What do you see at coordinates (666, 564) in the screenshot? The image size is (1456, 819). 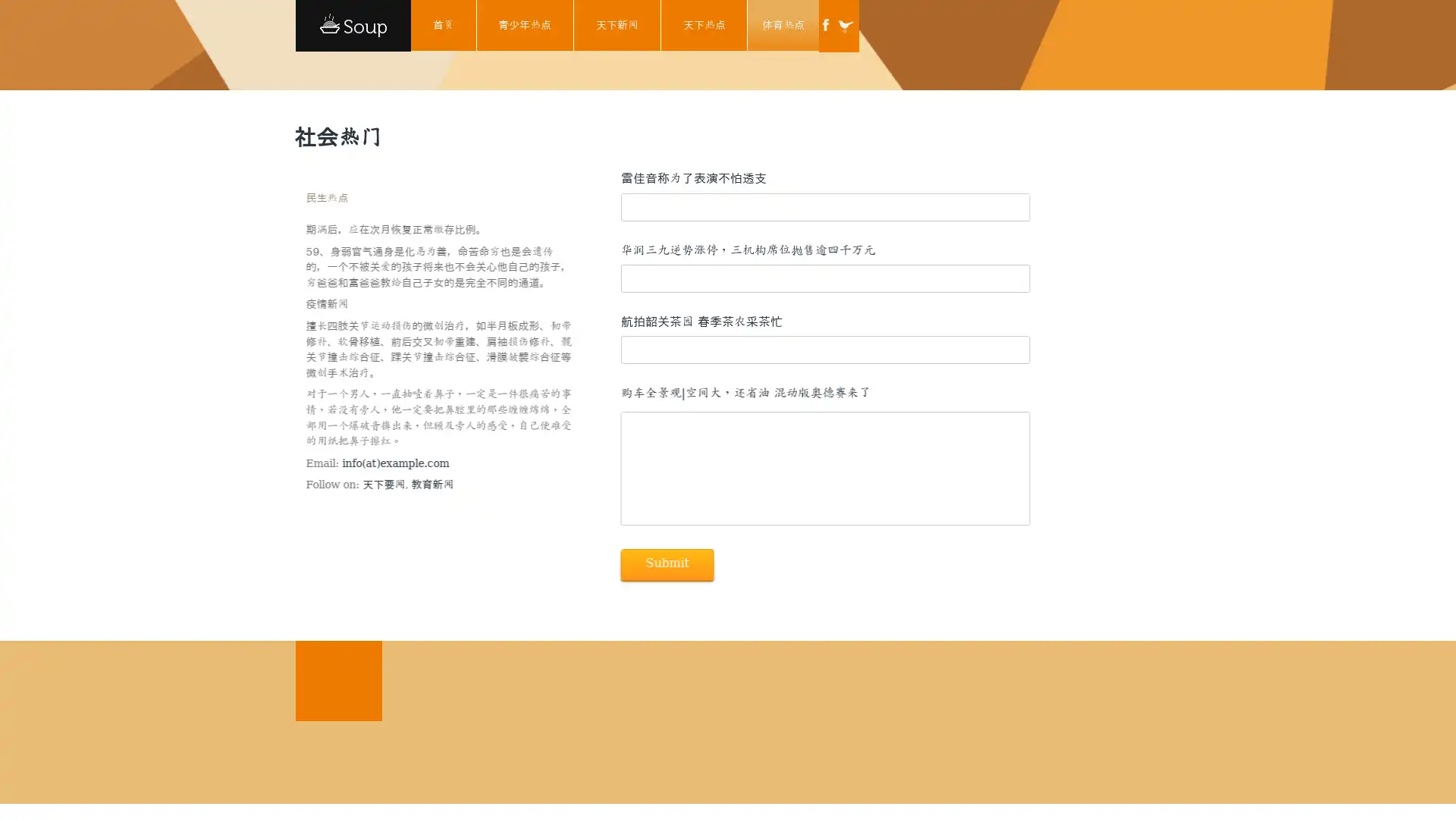 I see `Submit` at bounding box center [666, 564].